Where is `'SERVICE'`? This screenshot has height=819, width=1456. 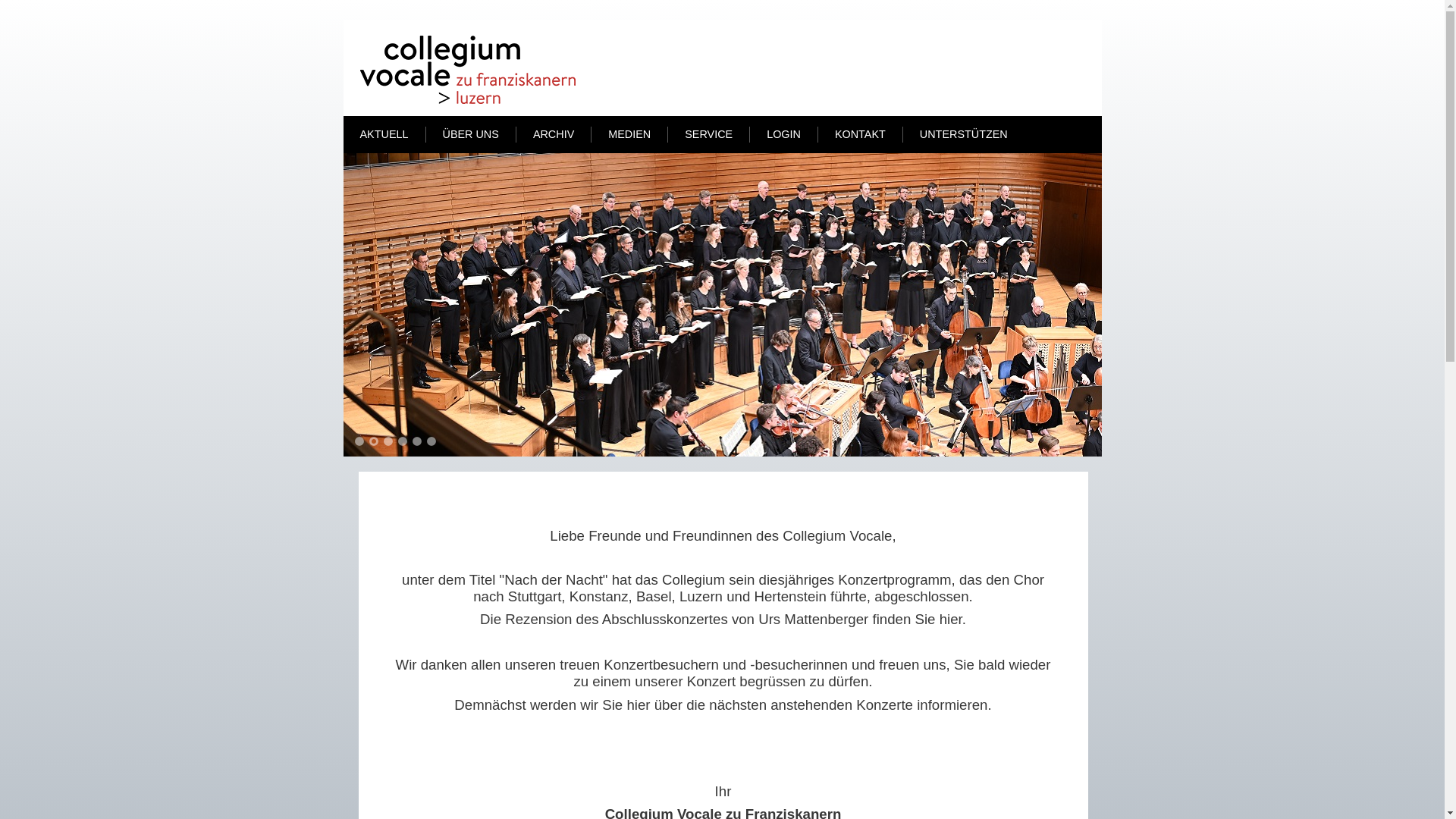 'SERVICE' is located at coordinates (708, 133).